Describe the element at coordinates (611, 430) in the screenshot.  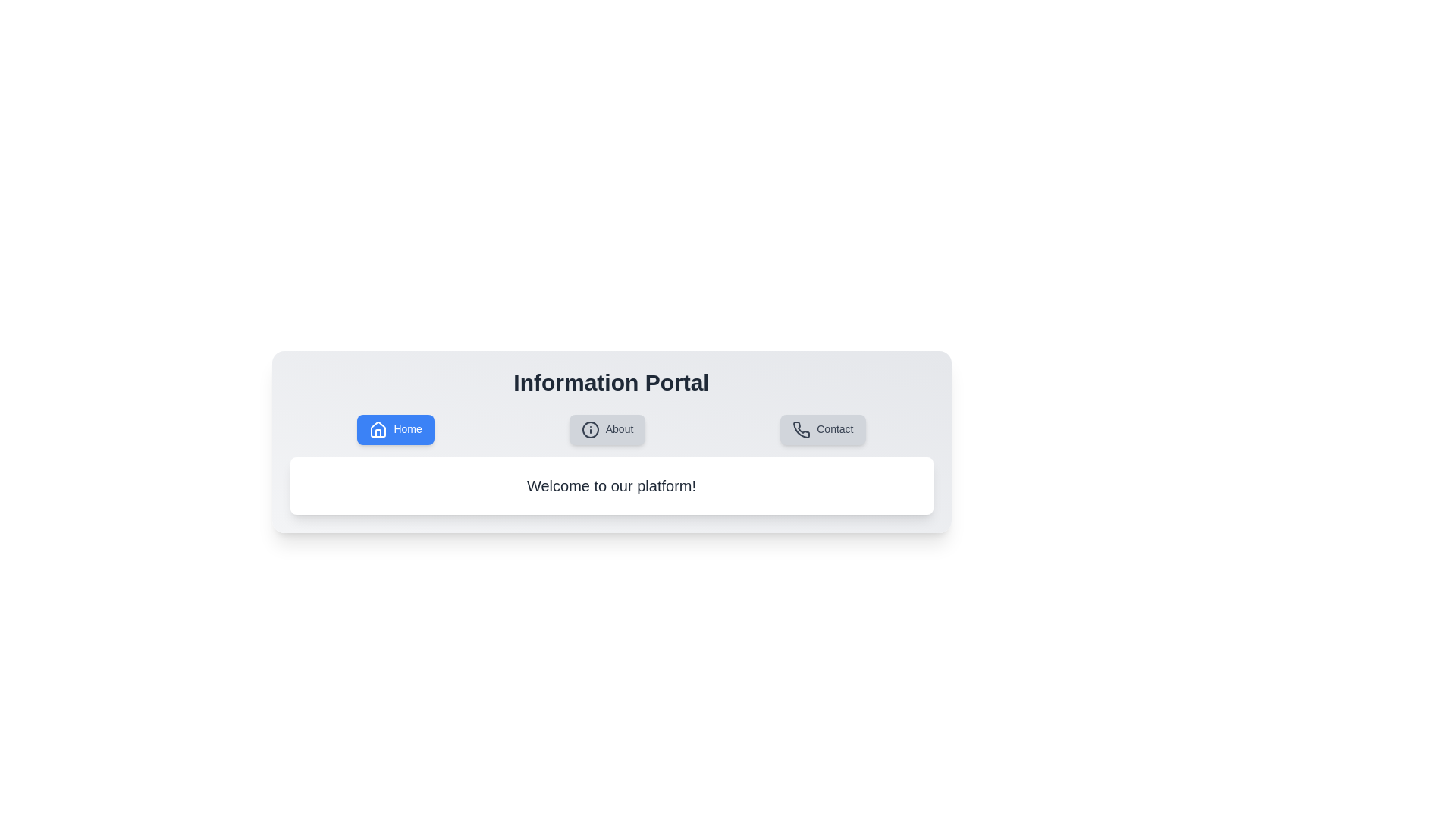
I see `the 'About' tab on the navigation tab bar located near the top of the visible section, which is horizontally aligned with 'Home' on the left and 'Contact' on the right` at that location.